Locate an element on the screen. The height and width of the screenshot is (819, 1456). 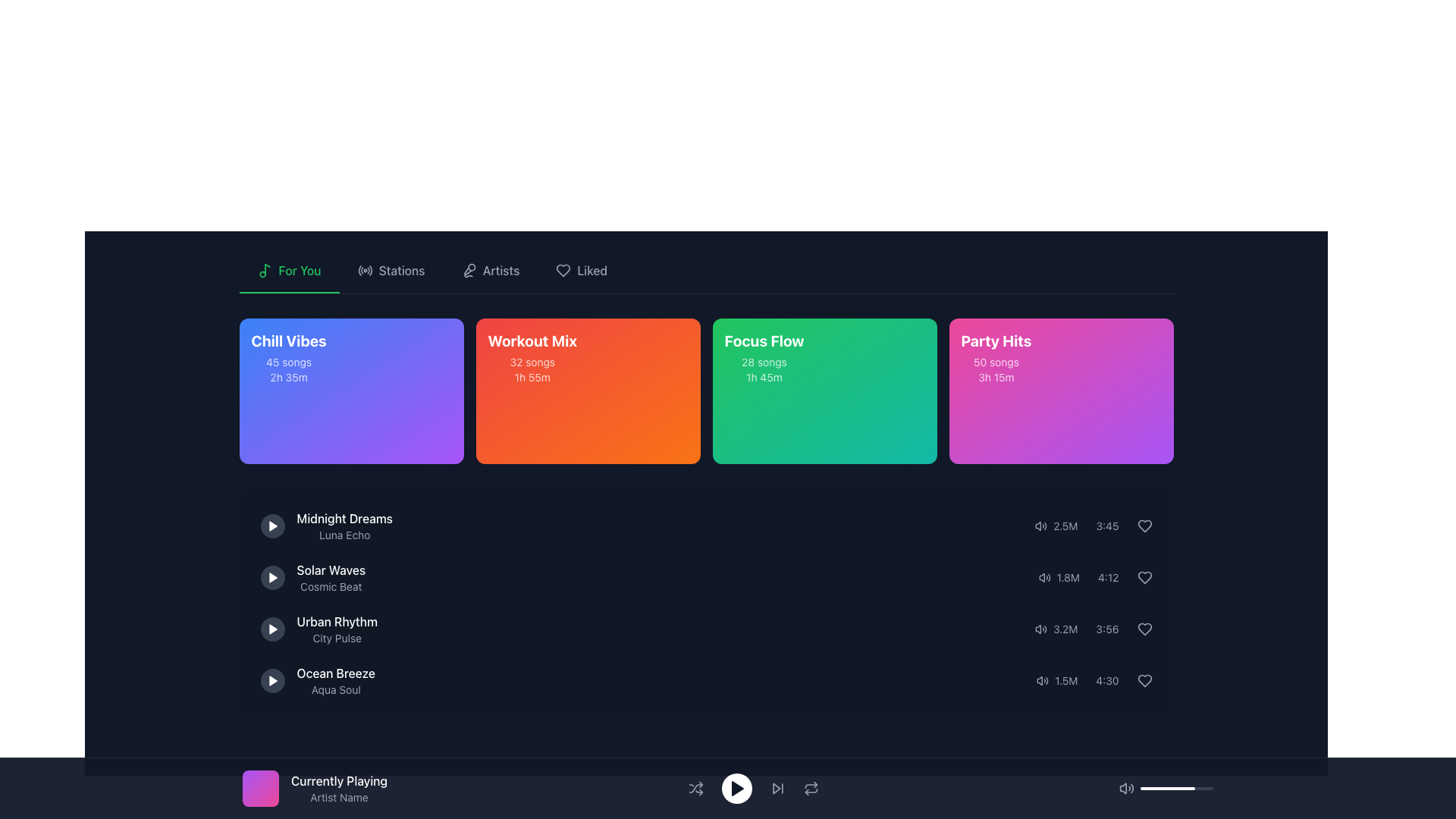
the text element displaying '1.8M', which indicates the count of a metric related to the song, located in the second row of song details within the playlist interface is located at coordinates (1058, 578).